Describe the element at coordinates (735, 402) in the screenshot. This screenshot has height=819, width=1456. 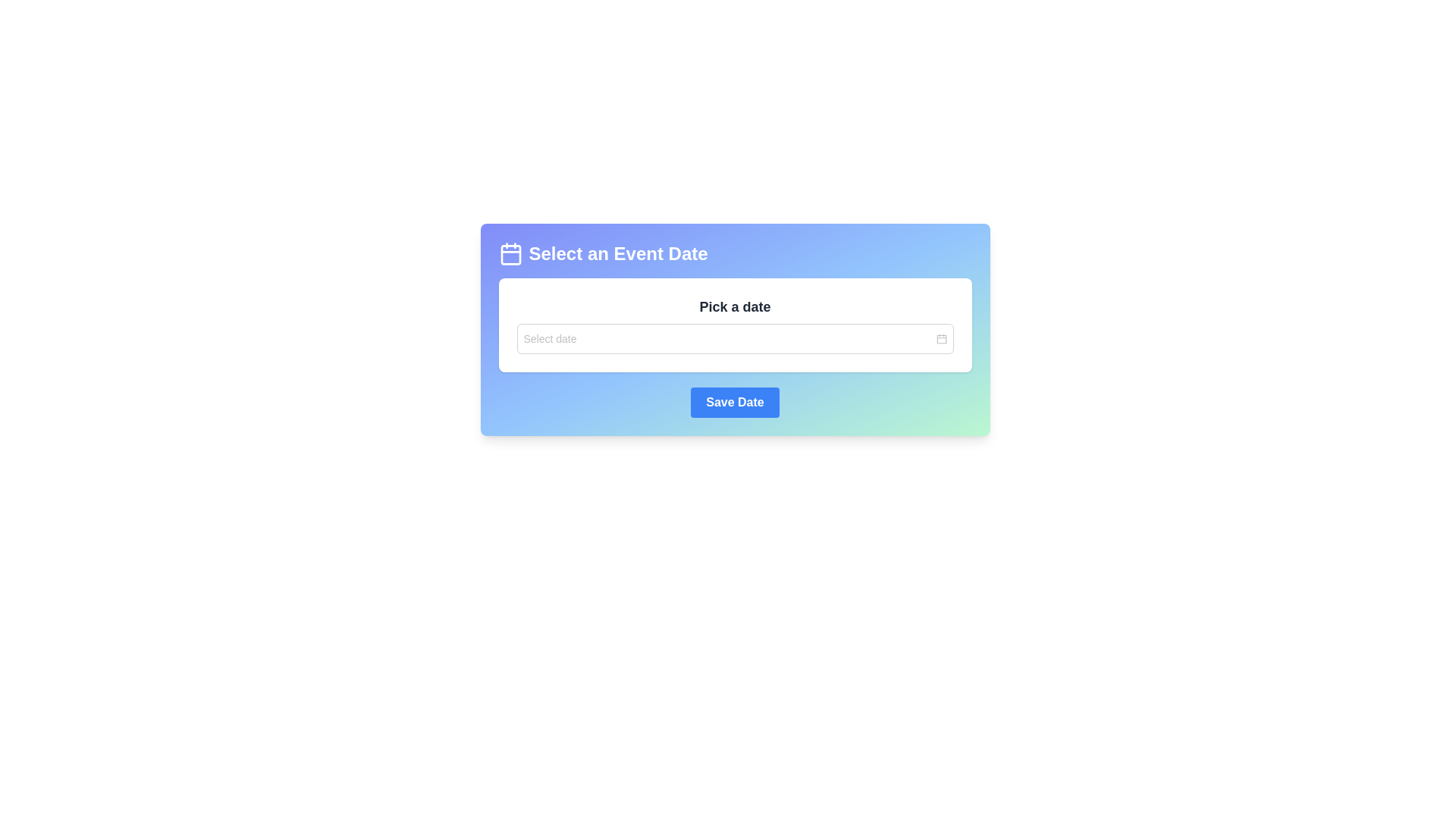
I see `the button located at the bottom of the card section, directly below the date selection box` at that location.